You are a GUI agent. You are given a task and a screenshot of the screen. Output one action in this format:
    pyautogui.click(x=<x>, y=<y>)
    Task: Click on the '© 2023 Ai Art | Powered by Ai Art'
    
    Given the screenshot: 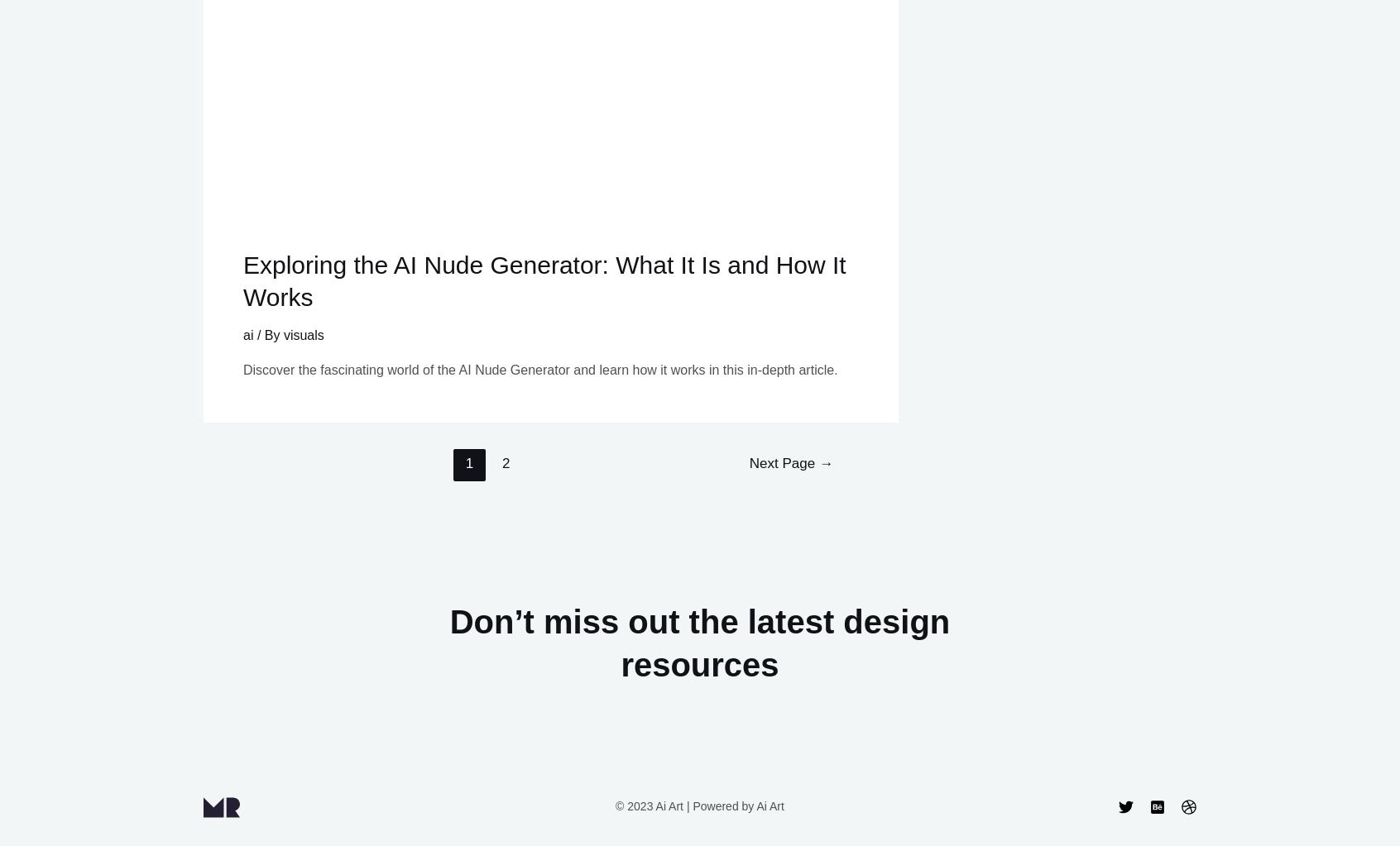 What is the action you would take?
    pyautogui.click(x=614, y=806)
    